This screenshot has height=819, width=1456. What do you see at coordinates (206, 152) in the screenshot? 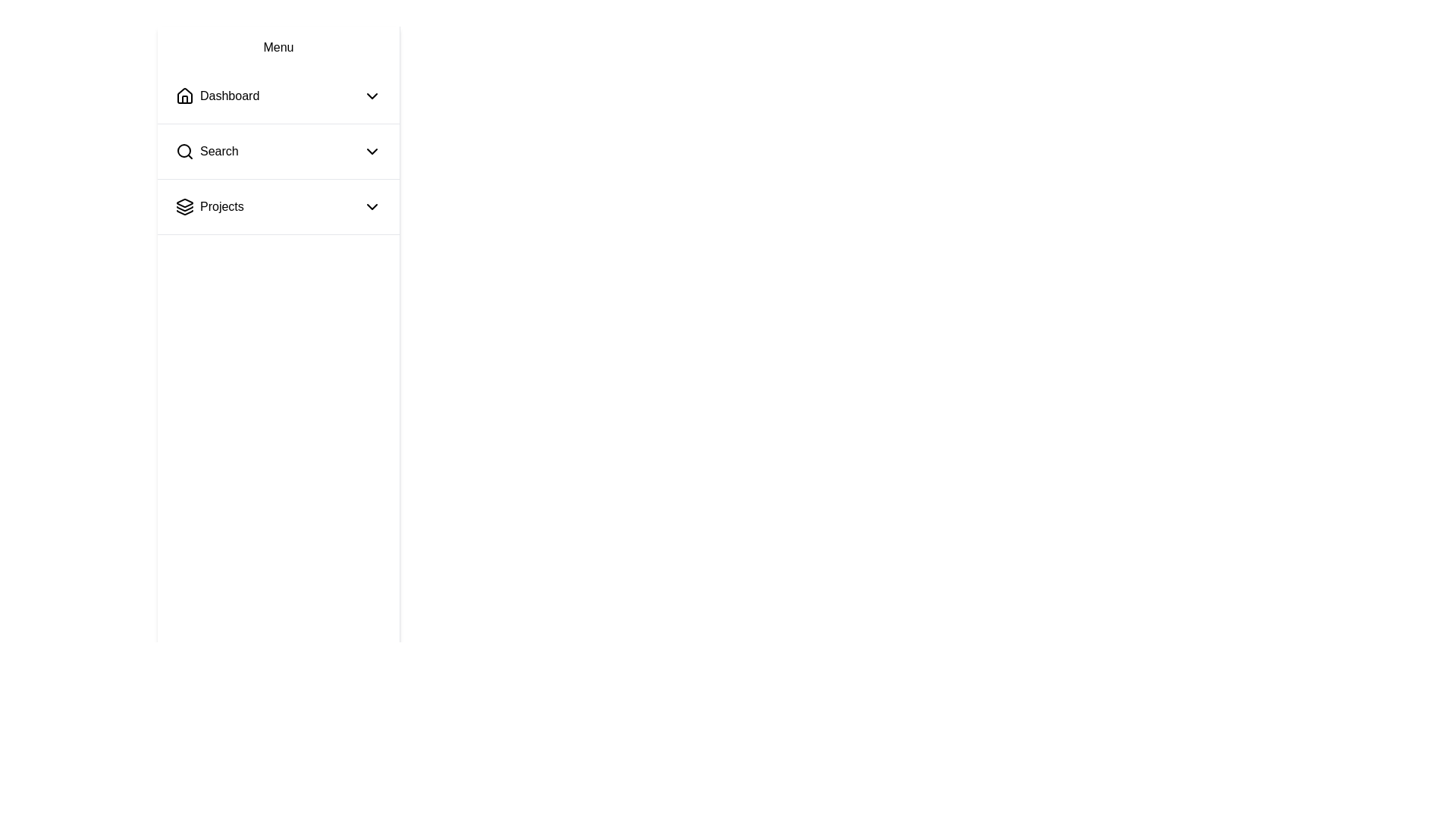
I see `the 'Search' menu item, which features a magnifying glass icon and is located below the 'Dashboard' item in the menu` at bounding box center [206, 152].